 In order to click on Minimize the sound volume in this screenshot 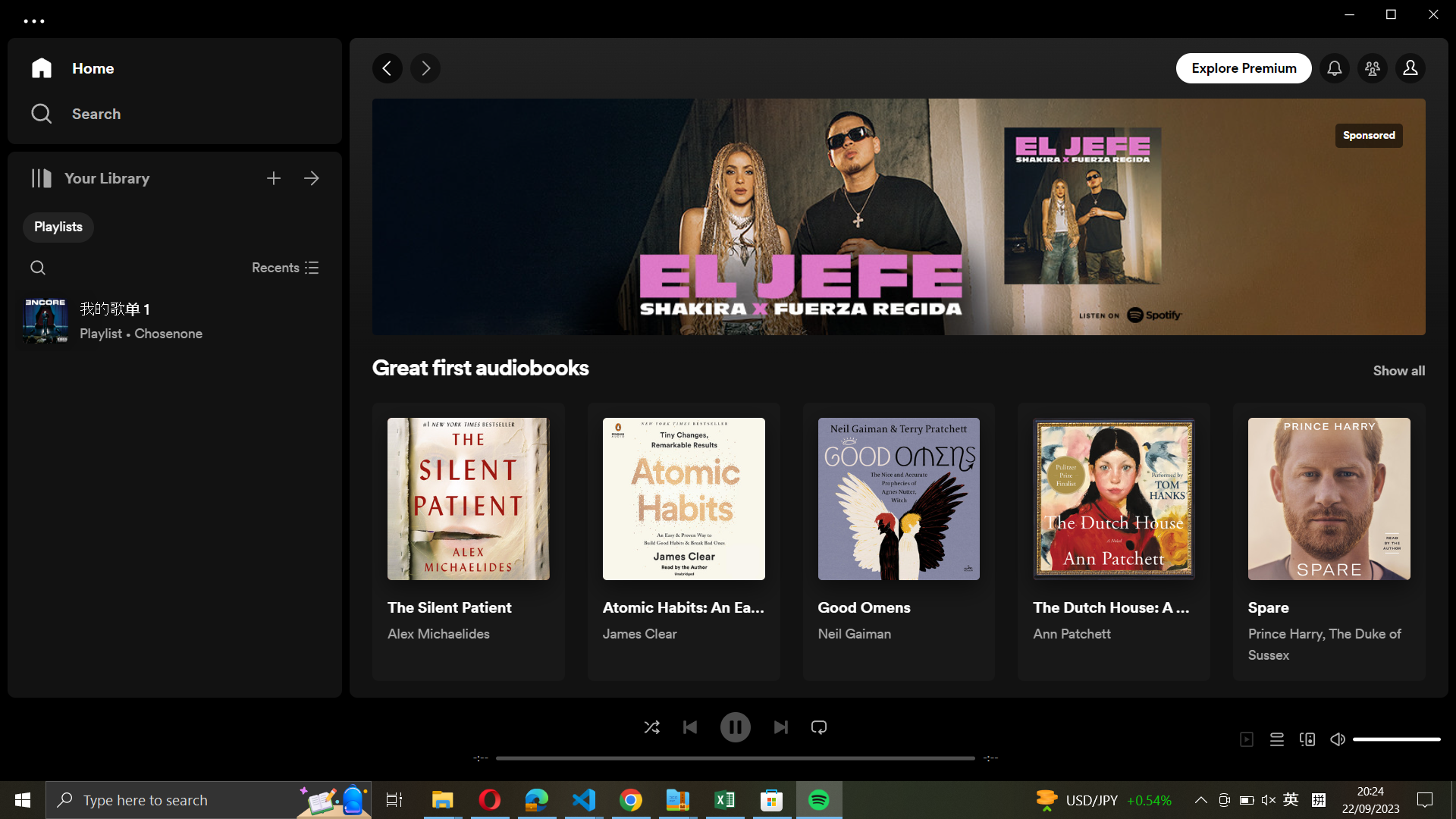, I will do `click(1358, 738)`.